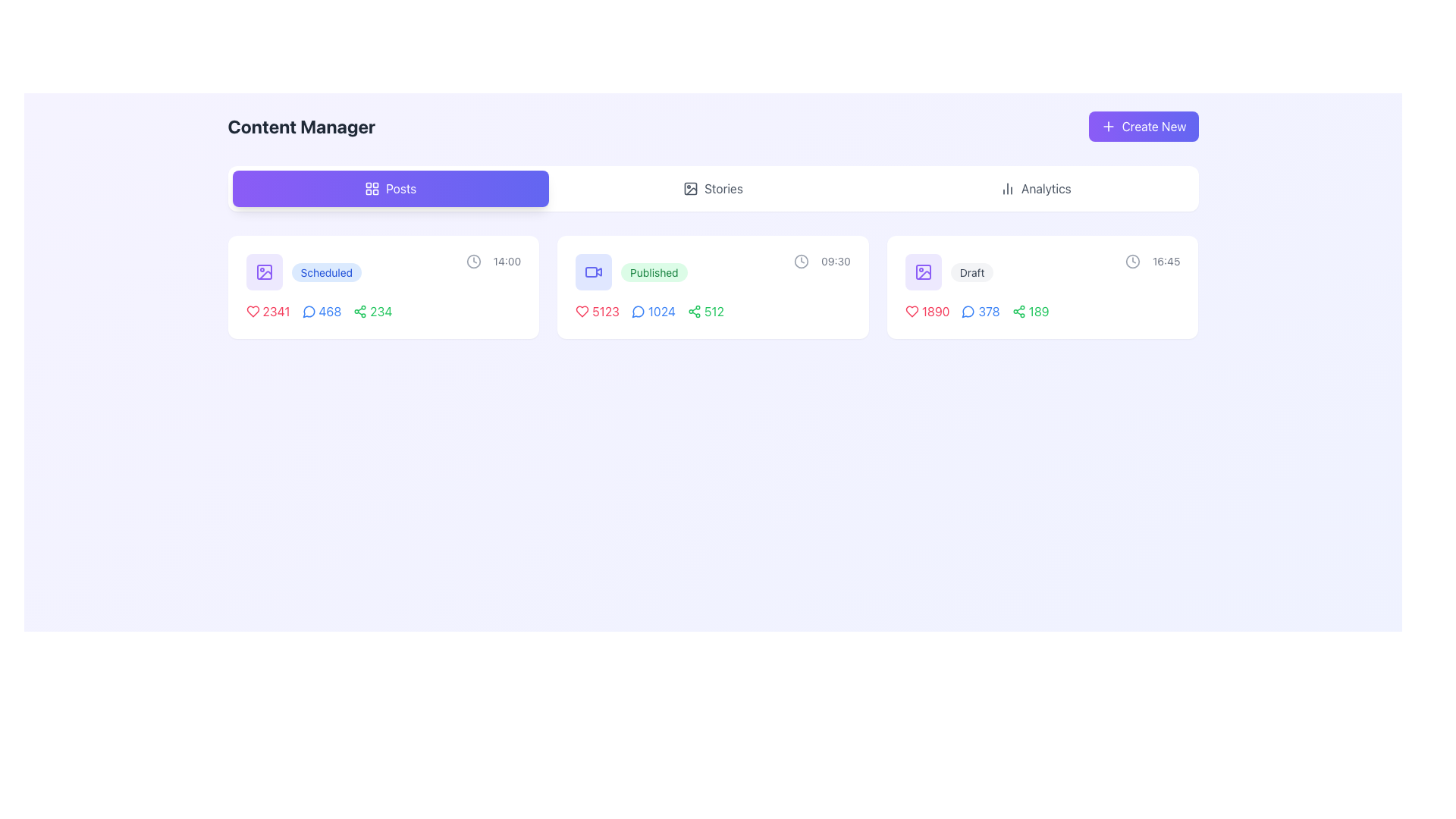 The image size is (1456, 819). I want to click on the image content icon located in the top-left corner of the 'Scheduled' card, which is set against a circular purple background, so click(264, 271).